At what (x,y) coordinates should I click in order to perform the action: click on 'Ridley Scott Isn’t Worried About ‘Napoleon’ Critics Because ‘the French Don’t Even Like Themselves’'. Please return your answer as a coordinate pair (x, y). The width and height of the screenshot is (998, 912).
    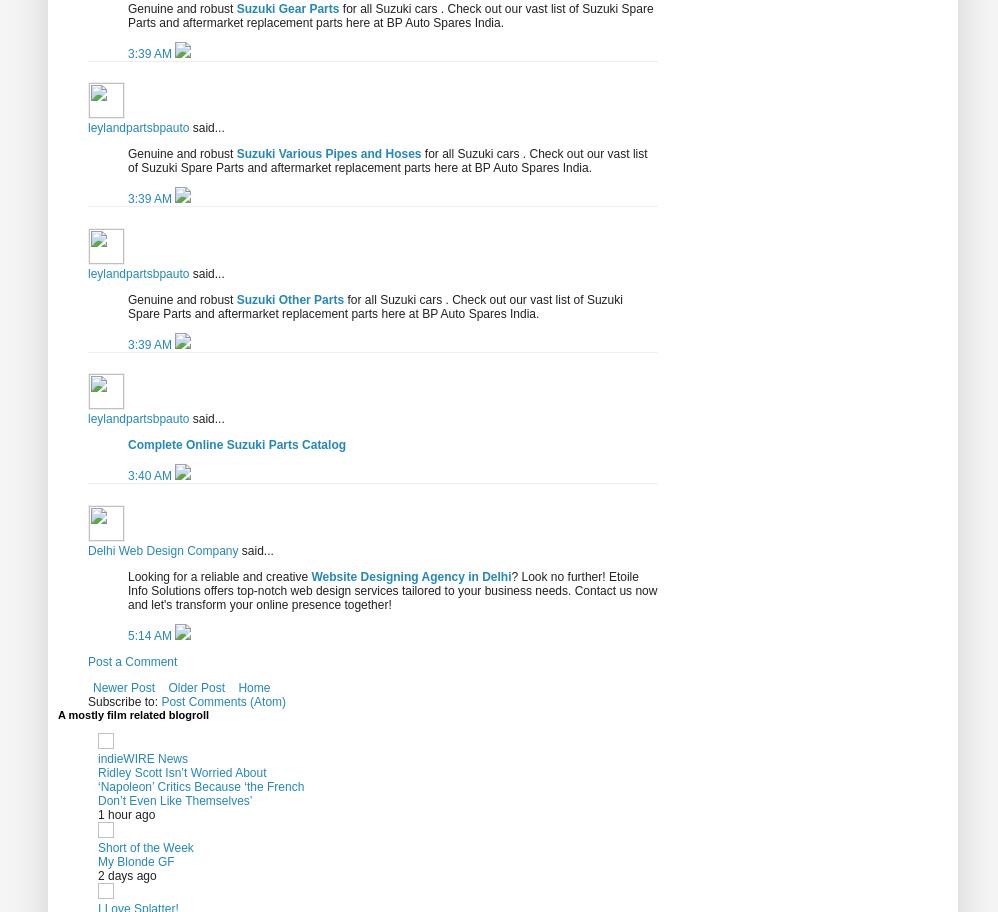
    Looking at the image, I should click on (200, 785).